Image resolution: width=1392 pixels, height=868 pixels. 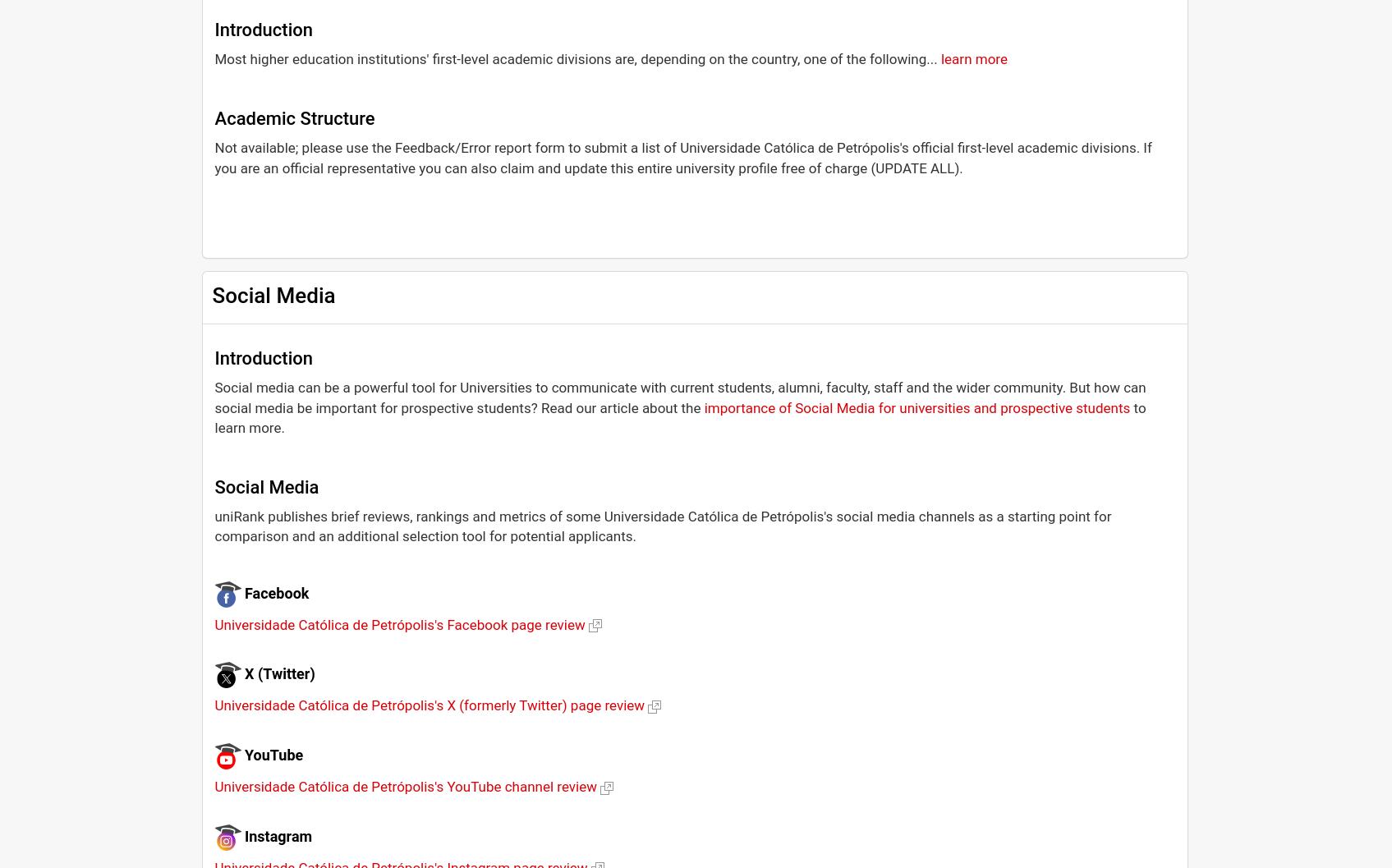 What do you see at coordinates (682, 157) in the screenshot?
I see `'Not available; please use the Feedback/Error report form to submit a list of Universidade Católica de Petrópolis's official first-level academic divisions. If you are an official representative you can also claim and update this entire university profile free of charge (UPDATE ALL).'` at bounding box center [682, 157].